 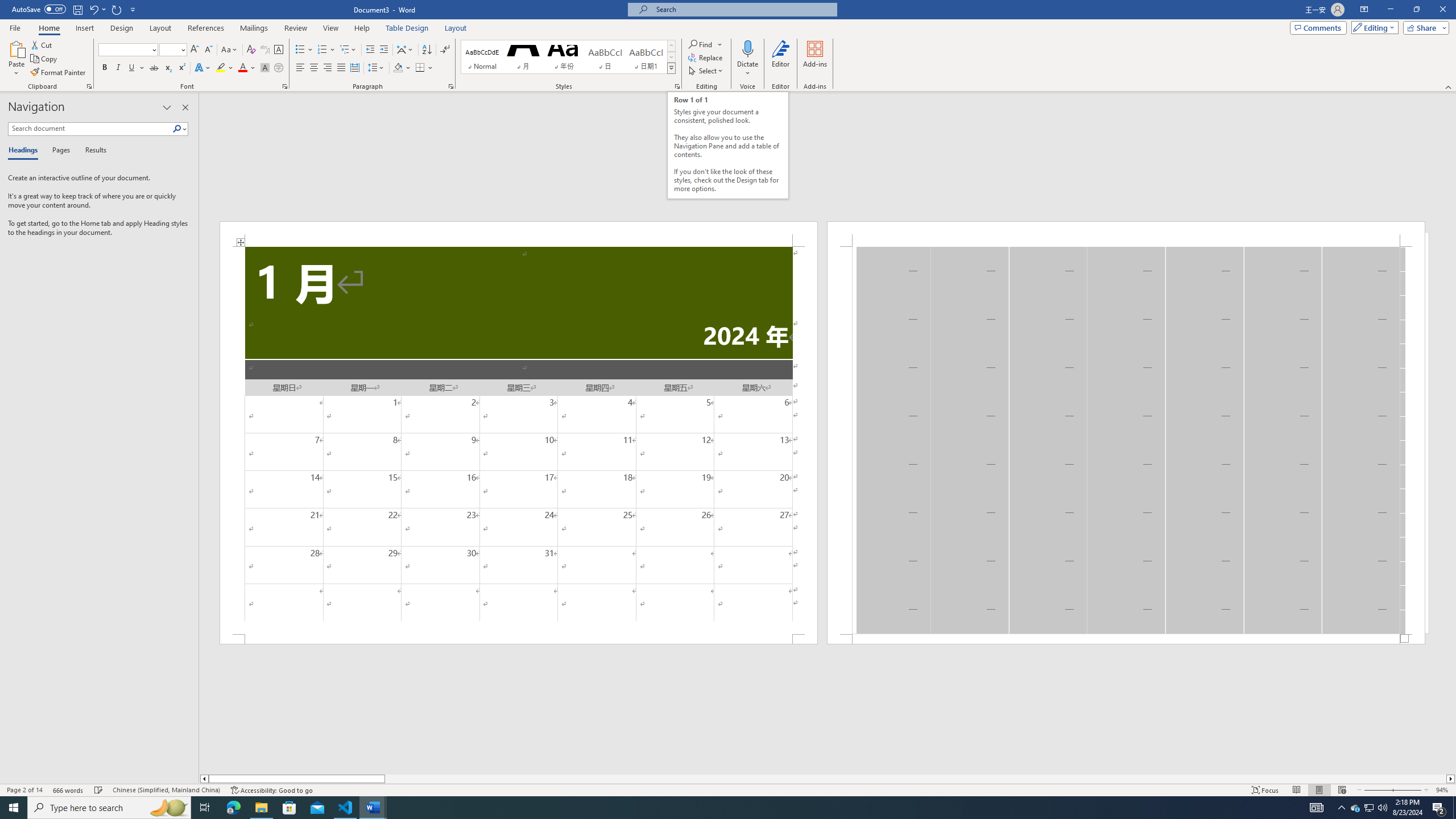 What do you see at coordinates (1451, 778) in the screenshot?
I see `'Column right'` at bounding box center [1451, 778].